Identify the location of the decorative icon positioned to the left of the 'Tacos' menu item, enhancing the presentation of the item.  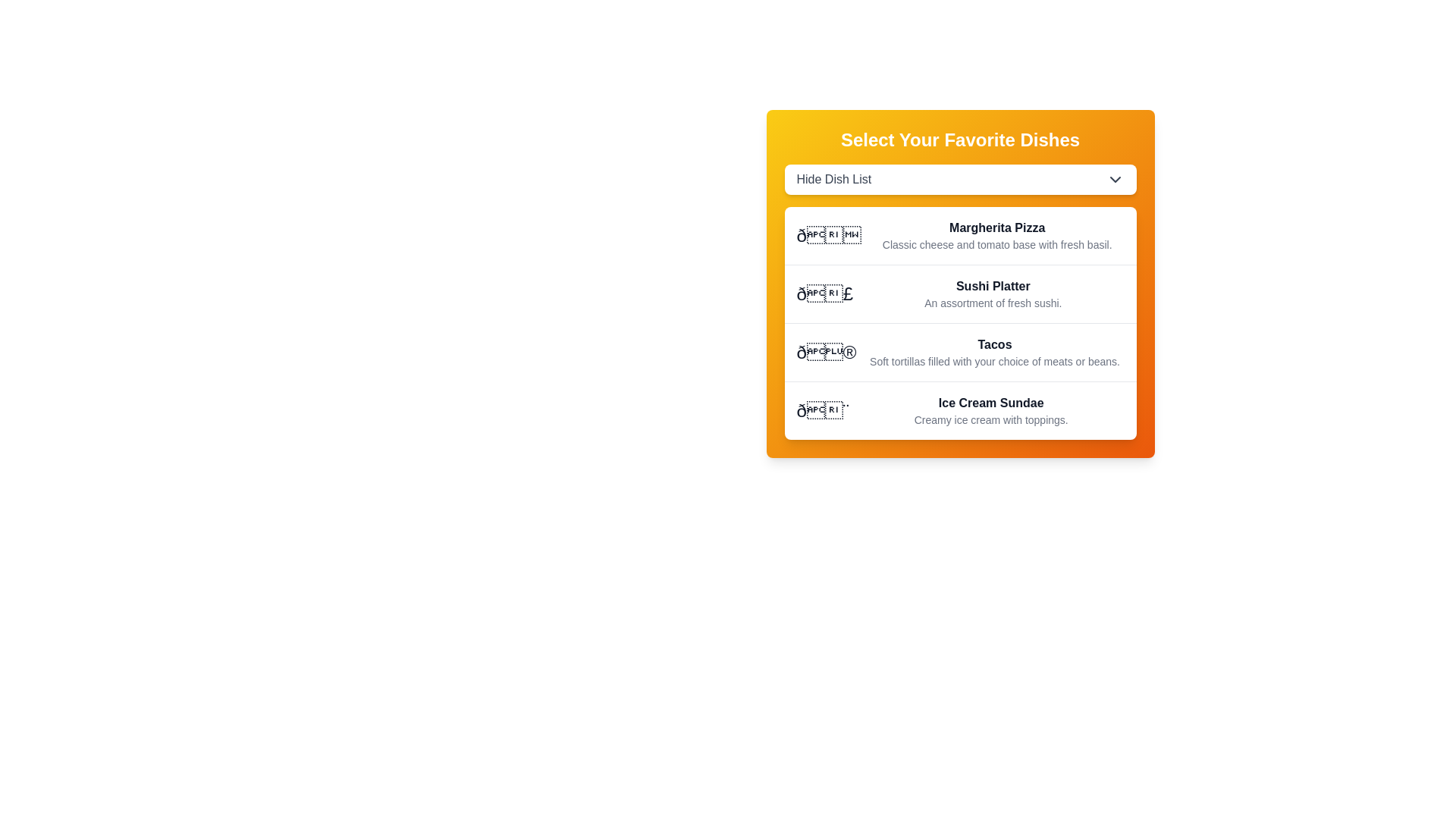
(825, 353).